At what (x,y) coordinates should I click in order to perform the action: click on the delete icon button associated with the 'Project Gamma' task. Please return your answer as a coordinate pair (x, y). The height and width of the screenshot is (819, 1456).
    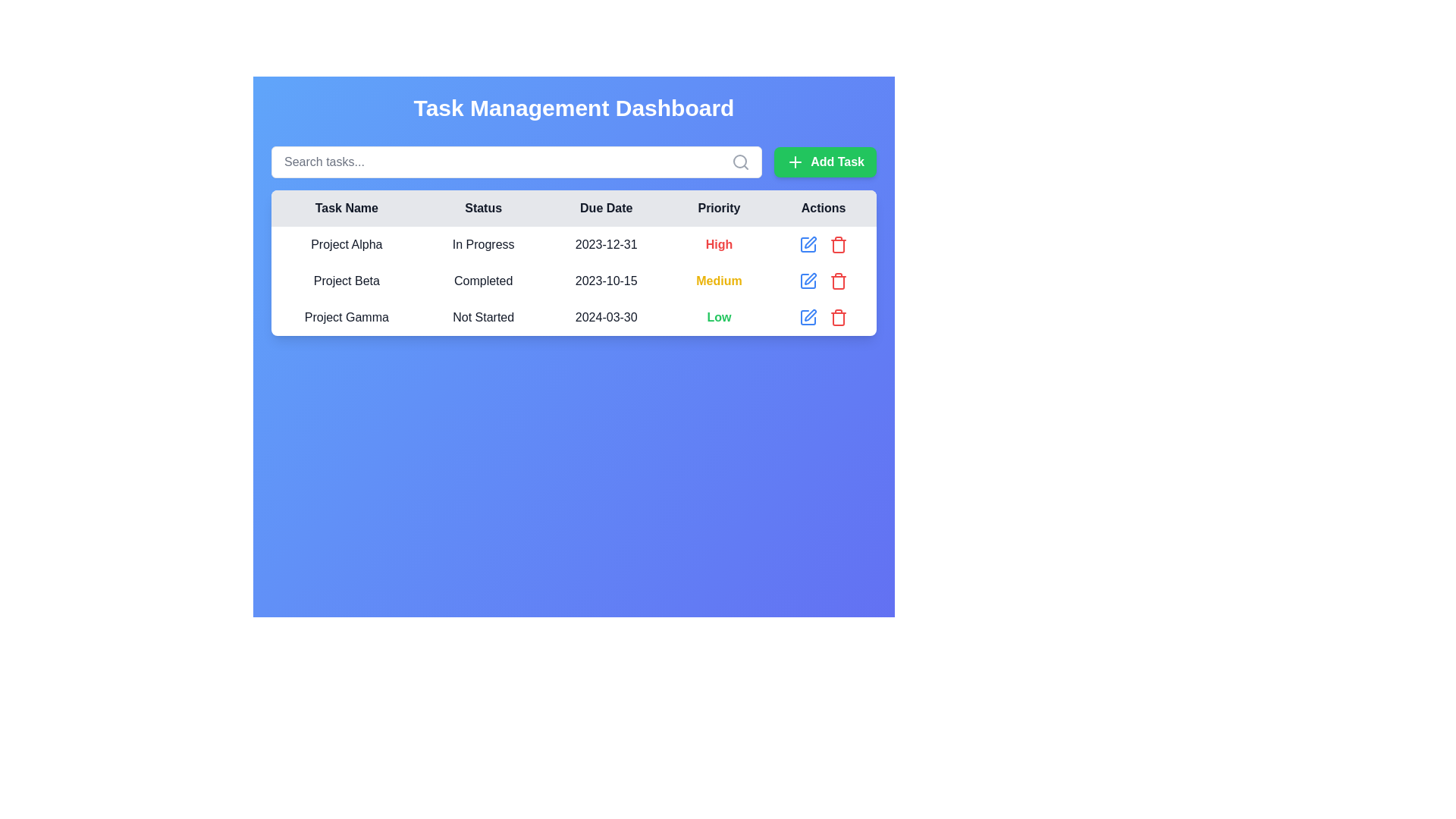
    Looking at the image, I should click on (838, 317).